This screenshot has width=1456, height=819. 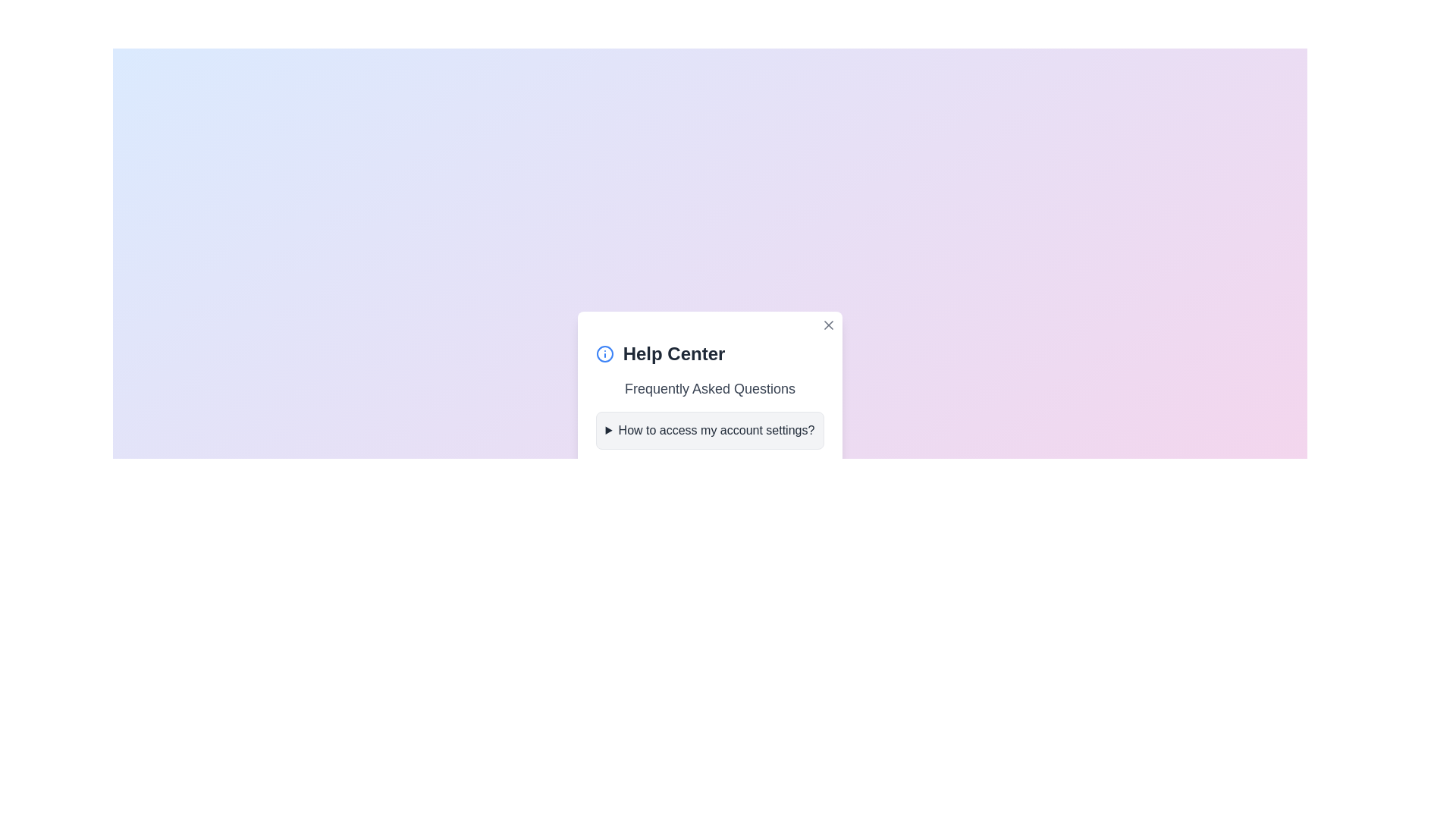 What do you see at coordinates (604, 353) in the screenshot?
I see `the circular blue information icon located on the left side of the 'Help Center' section within the modal window, adjacent to the title text 'Help Center'` at bounding box center [604, 353].